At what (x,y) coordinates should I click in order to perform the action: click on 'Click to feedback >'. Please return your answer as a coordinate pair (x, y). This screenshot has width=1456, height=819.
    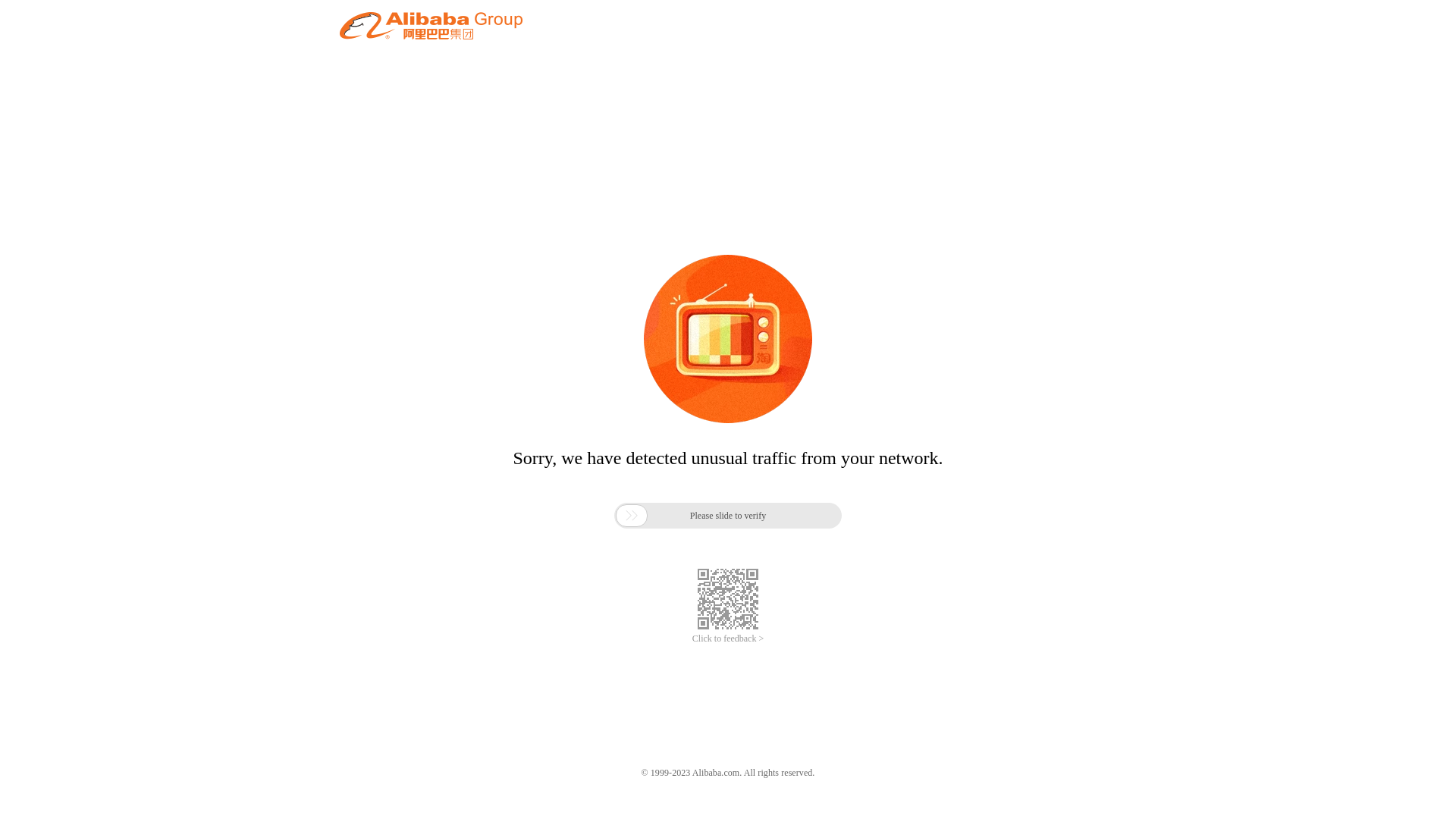
    Looking at the image, I should click on (728, 639).